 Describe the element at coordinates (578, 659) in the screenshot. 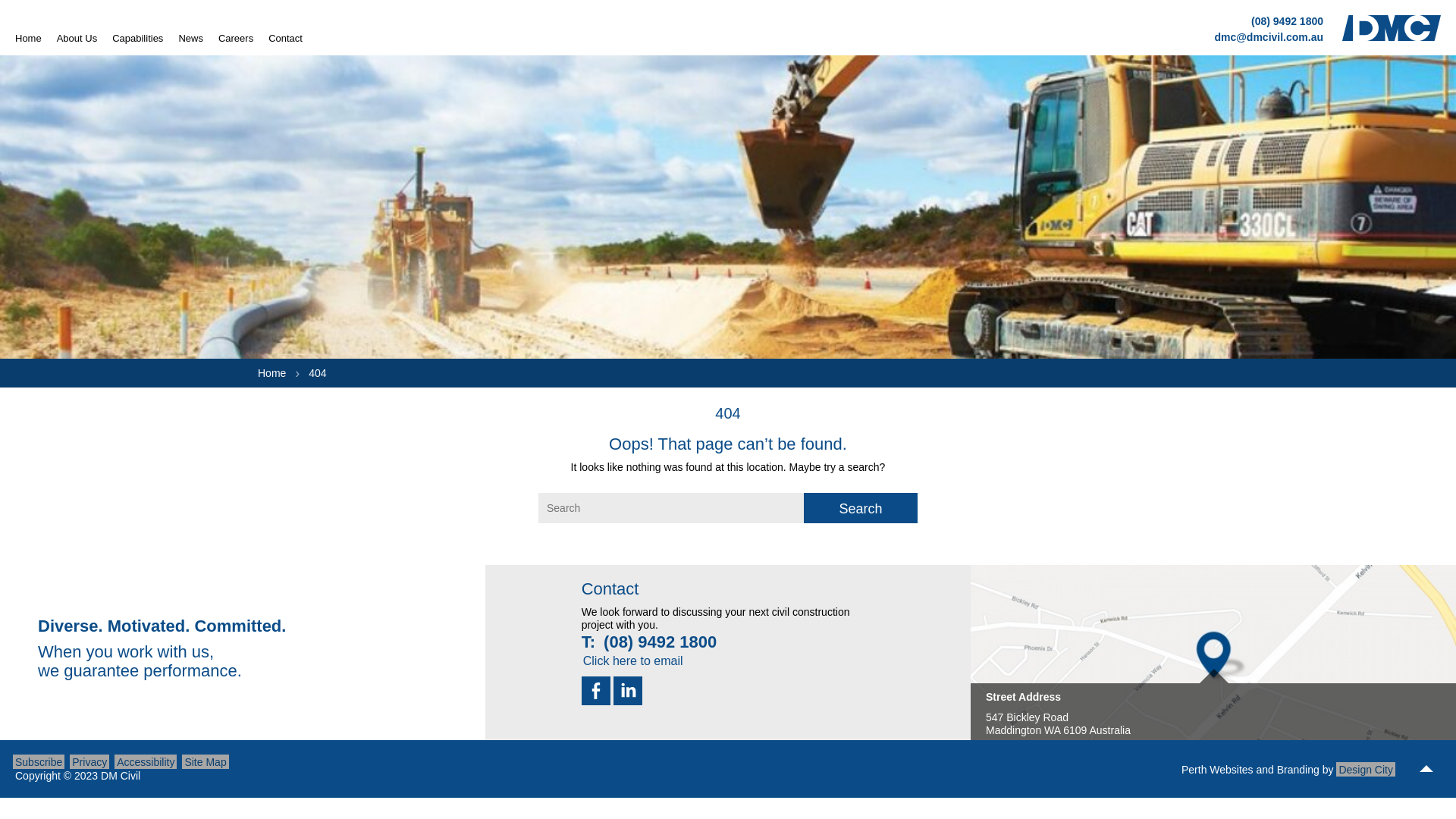

I see `'Click here to email'` at that location.